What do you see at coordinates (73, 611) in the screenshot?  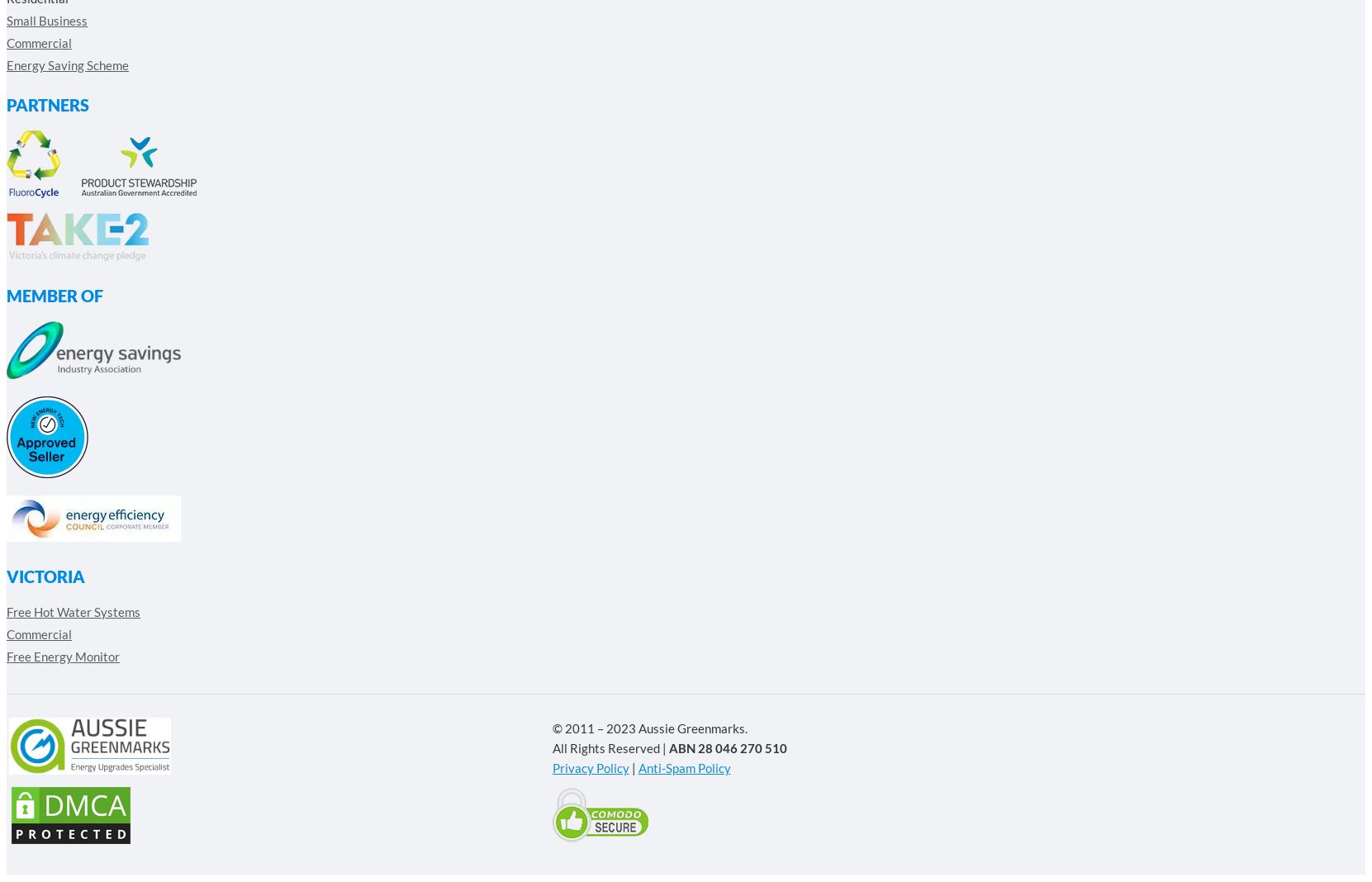 I see `'Free Hot Water Systems'` at bounding box center [73, 611].